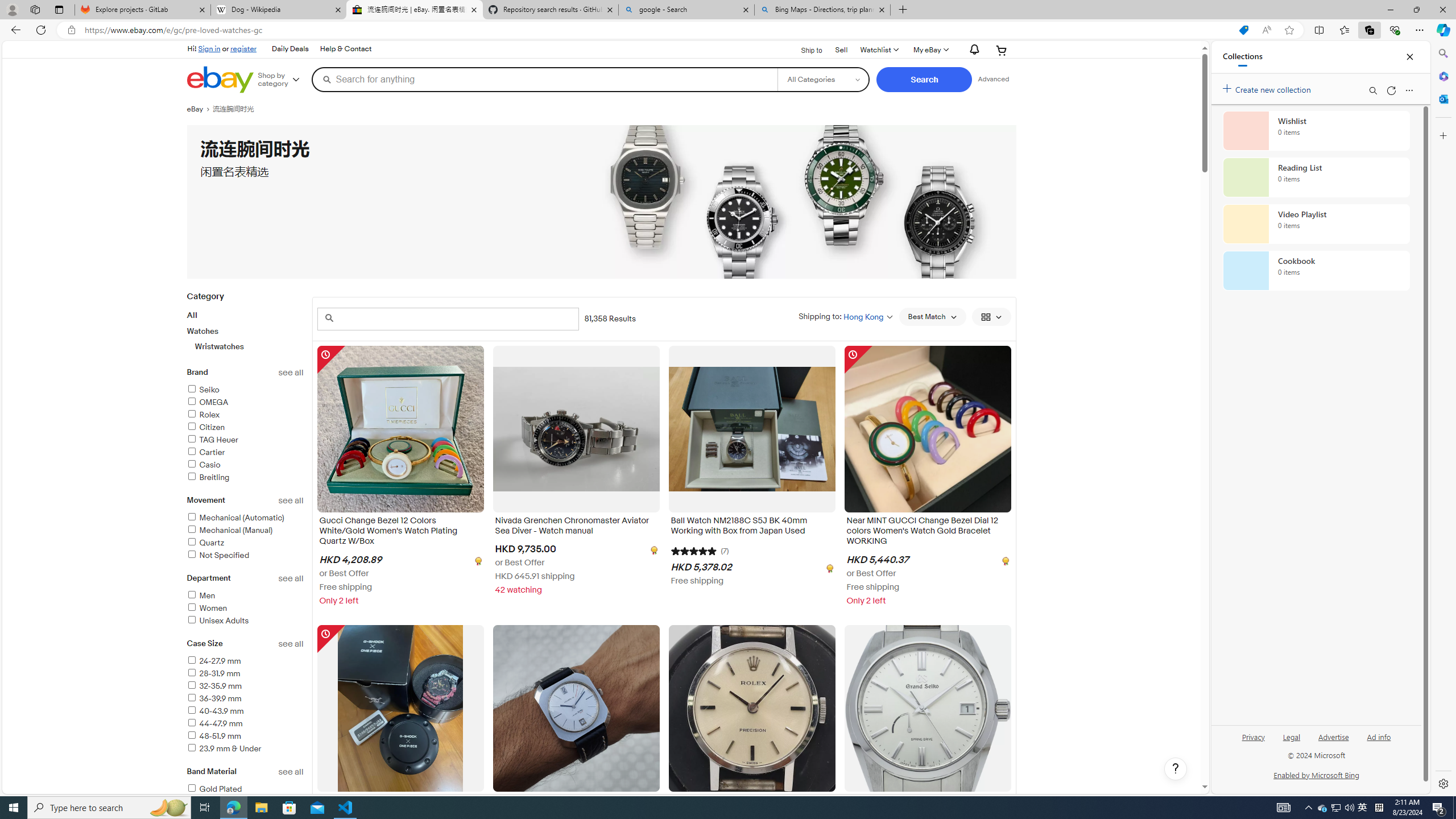  What do you see at coordinates (291, 771) in the screenshot?
I see `'See all band material refinements'` at bounding box center [291, 771].